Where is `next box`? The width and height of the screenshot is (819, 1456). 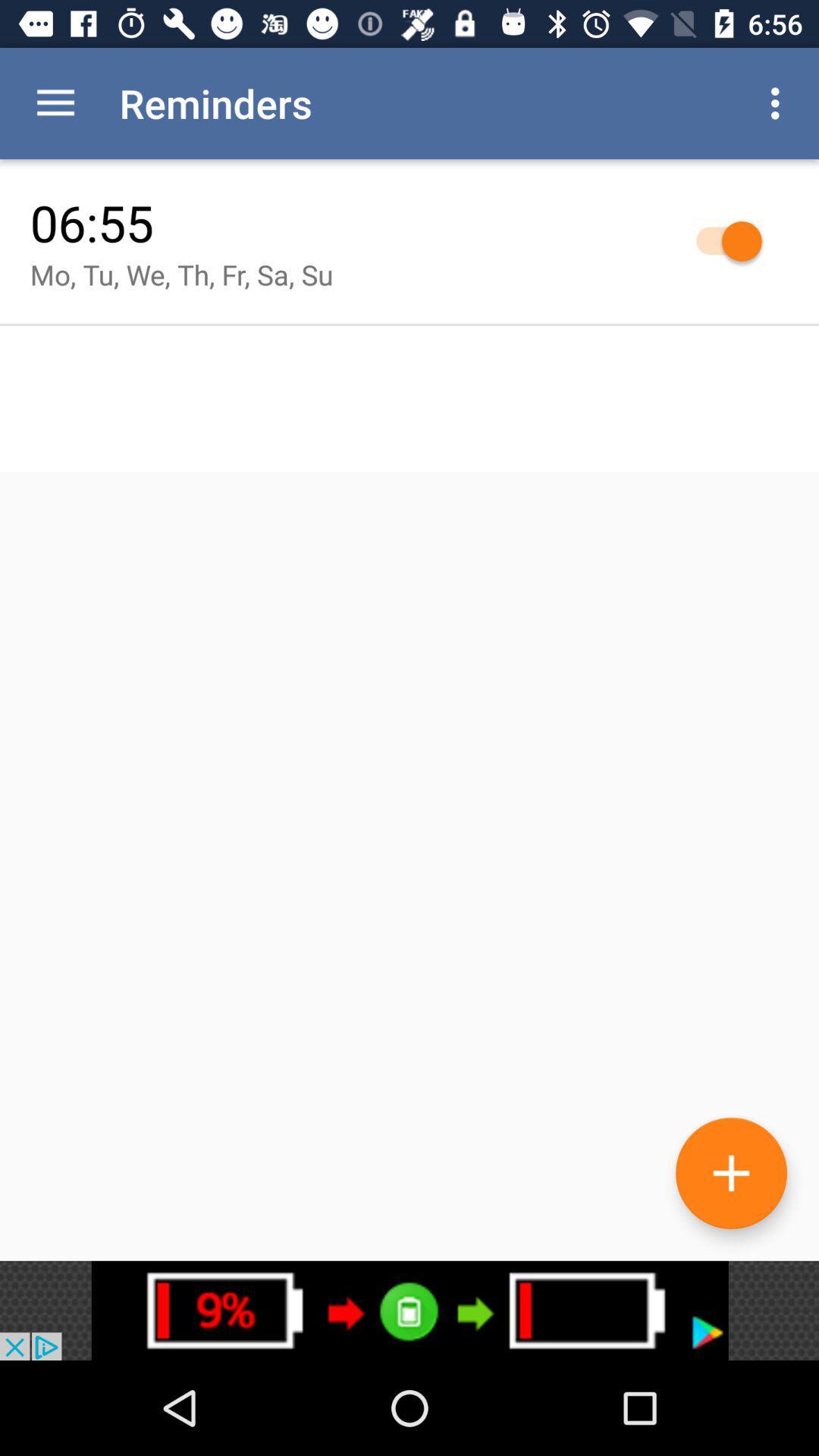
next box is located at coordinates (409, 1310).